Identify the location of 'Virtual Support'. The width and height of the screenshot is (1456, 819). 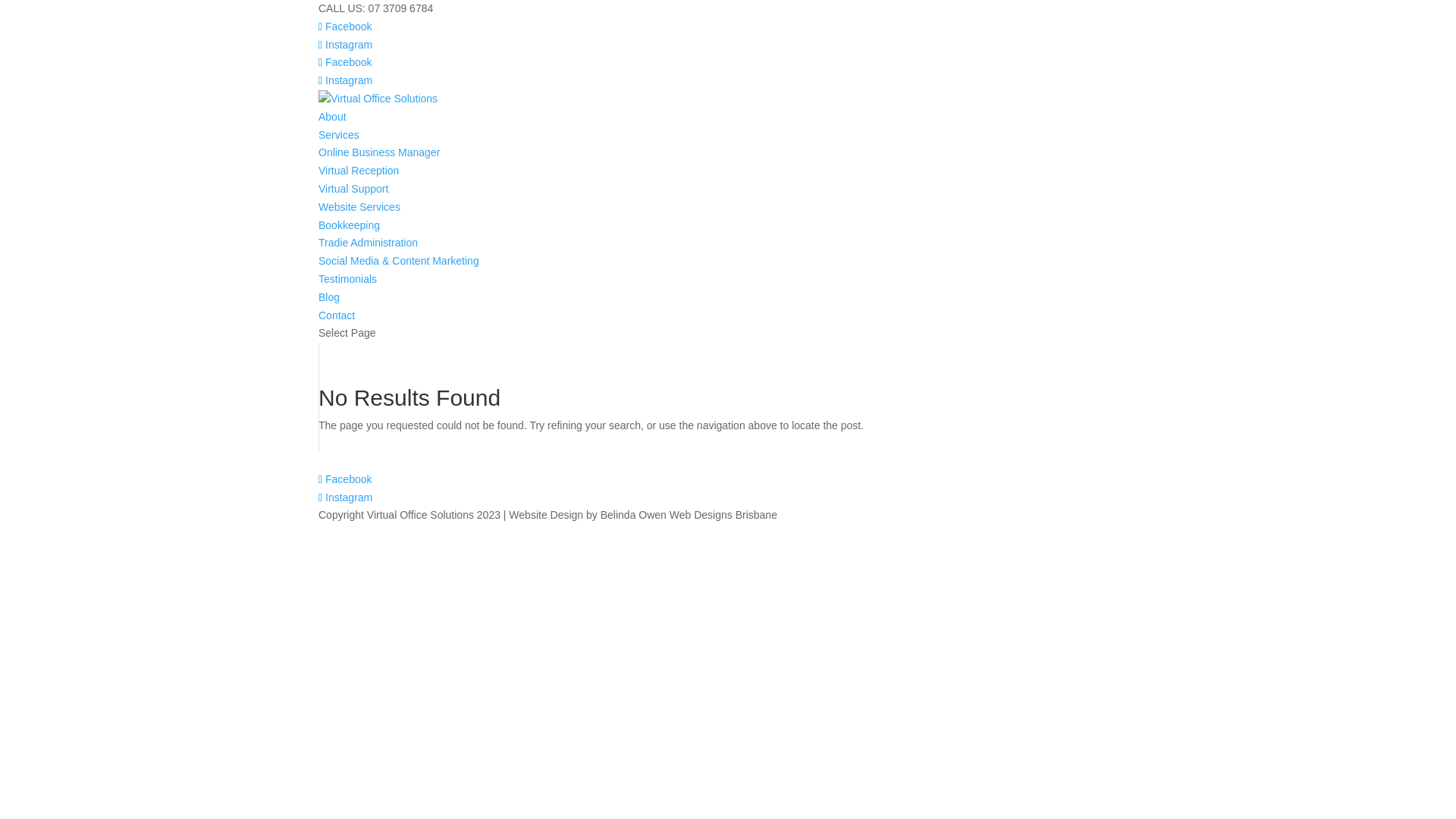
(352, 188).